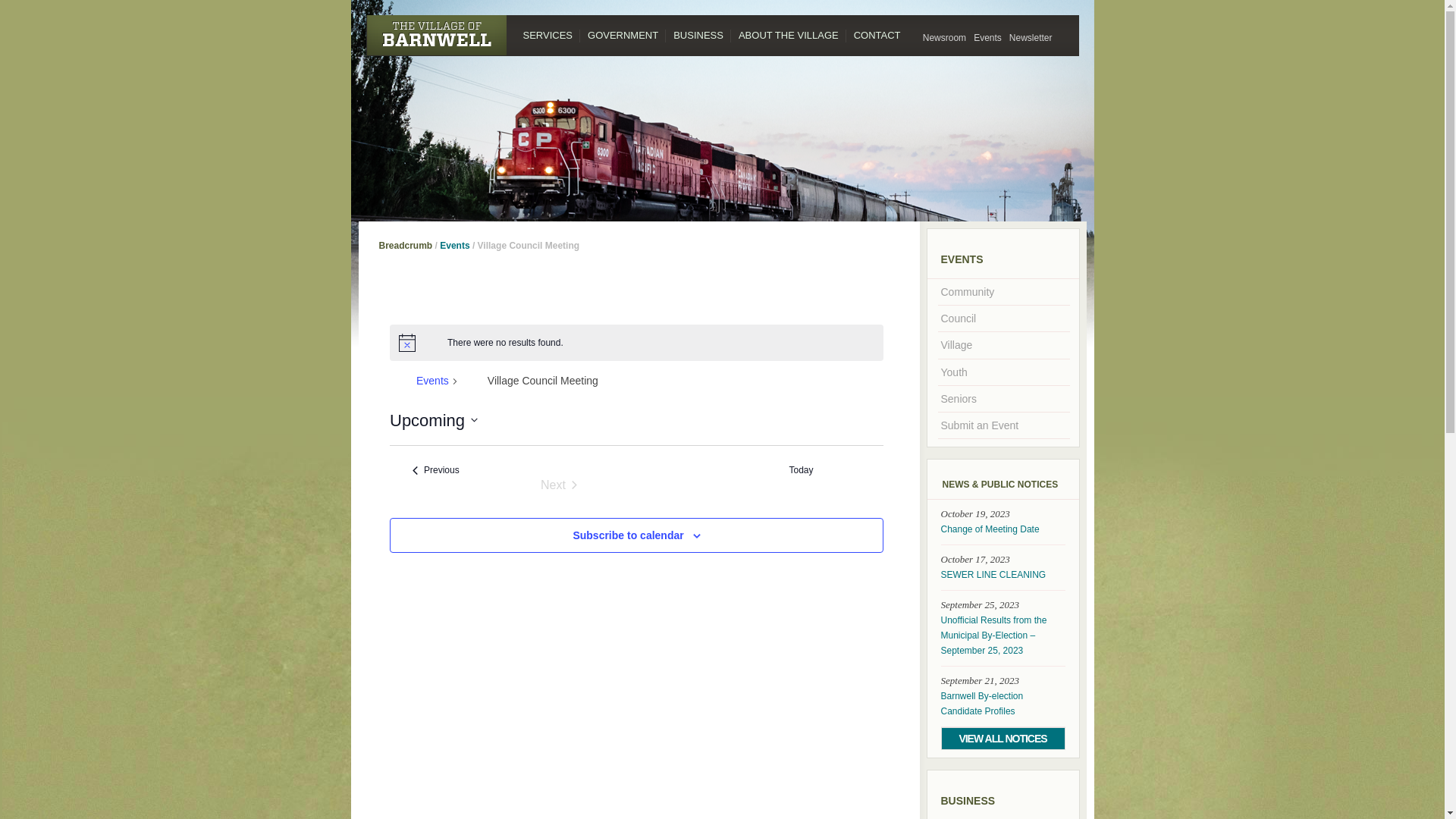 The image size is (1456, 819). What do you see at coordinates (1002, 292) in the screenshot?
I see `'Community'` at bounding box center [1002, 292].